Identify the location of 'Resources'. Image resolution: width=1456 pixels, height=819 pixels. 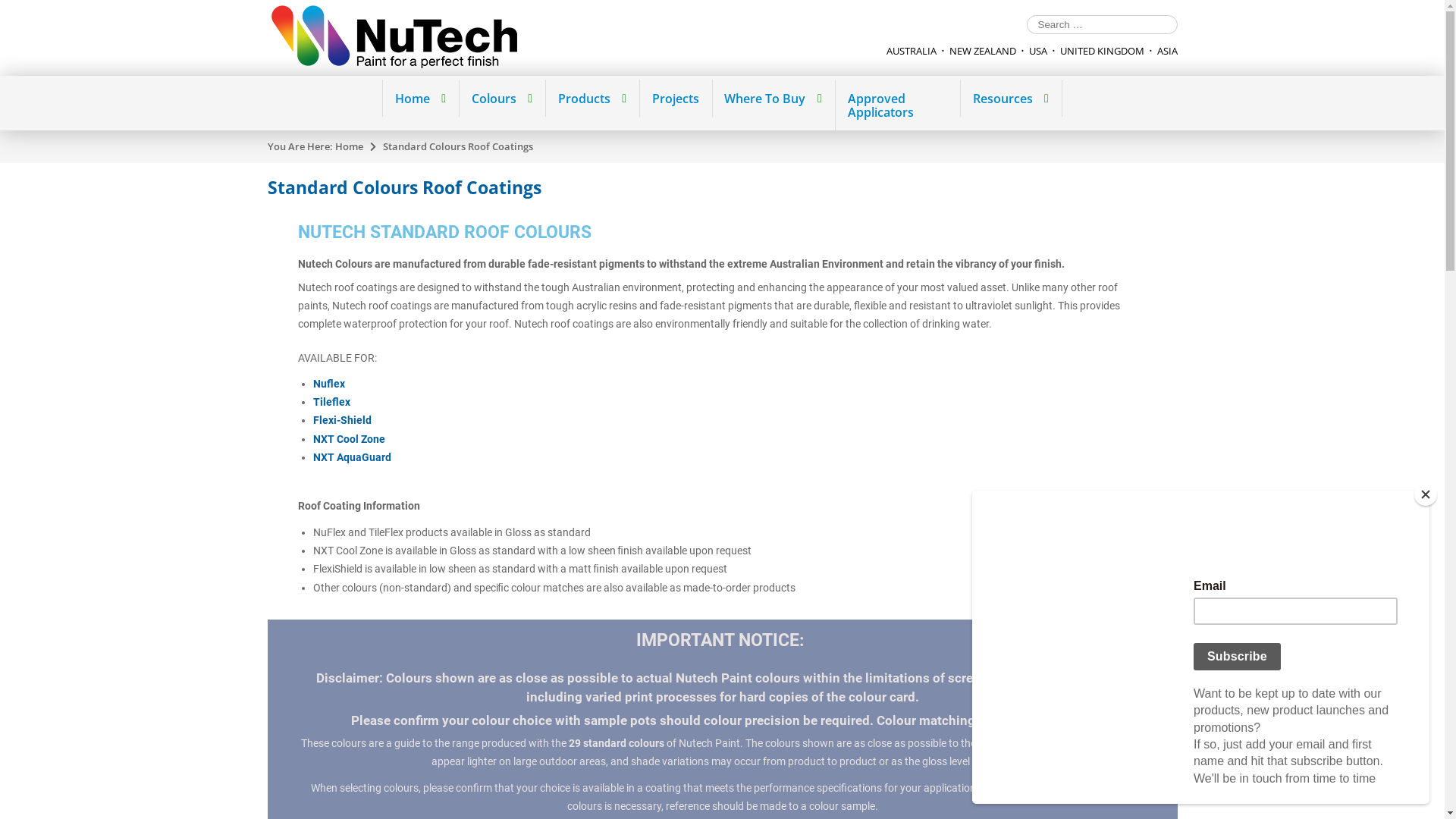
(960, 98).